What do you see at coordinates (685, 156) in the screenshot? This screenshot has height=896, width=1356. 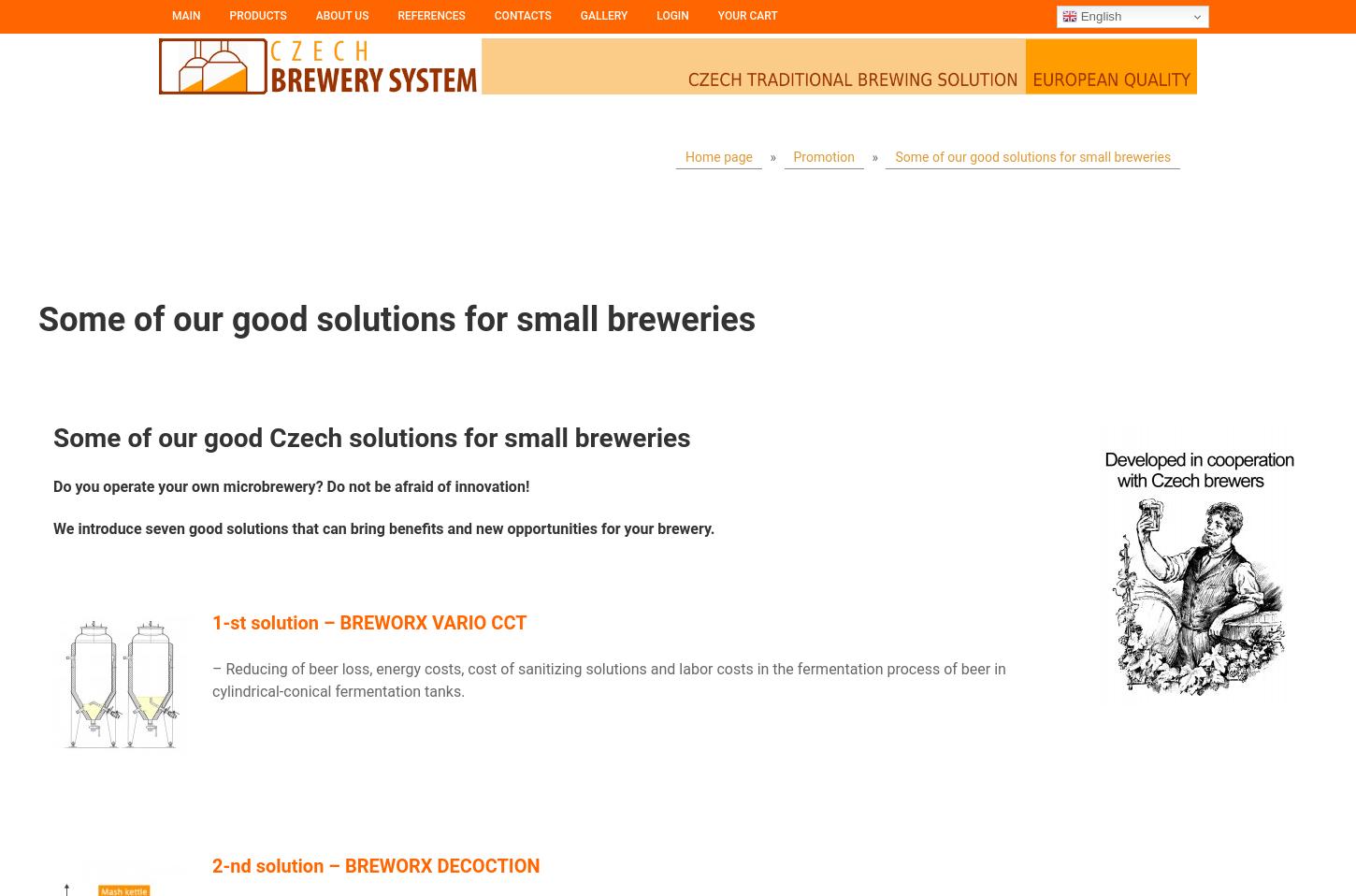 I see `'Home page'` at bounding box center [685, 156].